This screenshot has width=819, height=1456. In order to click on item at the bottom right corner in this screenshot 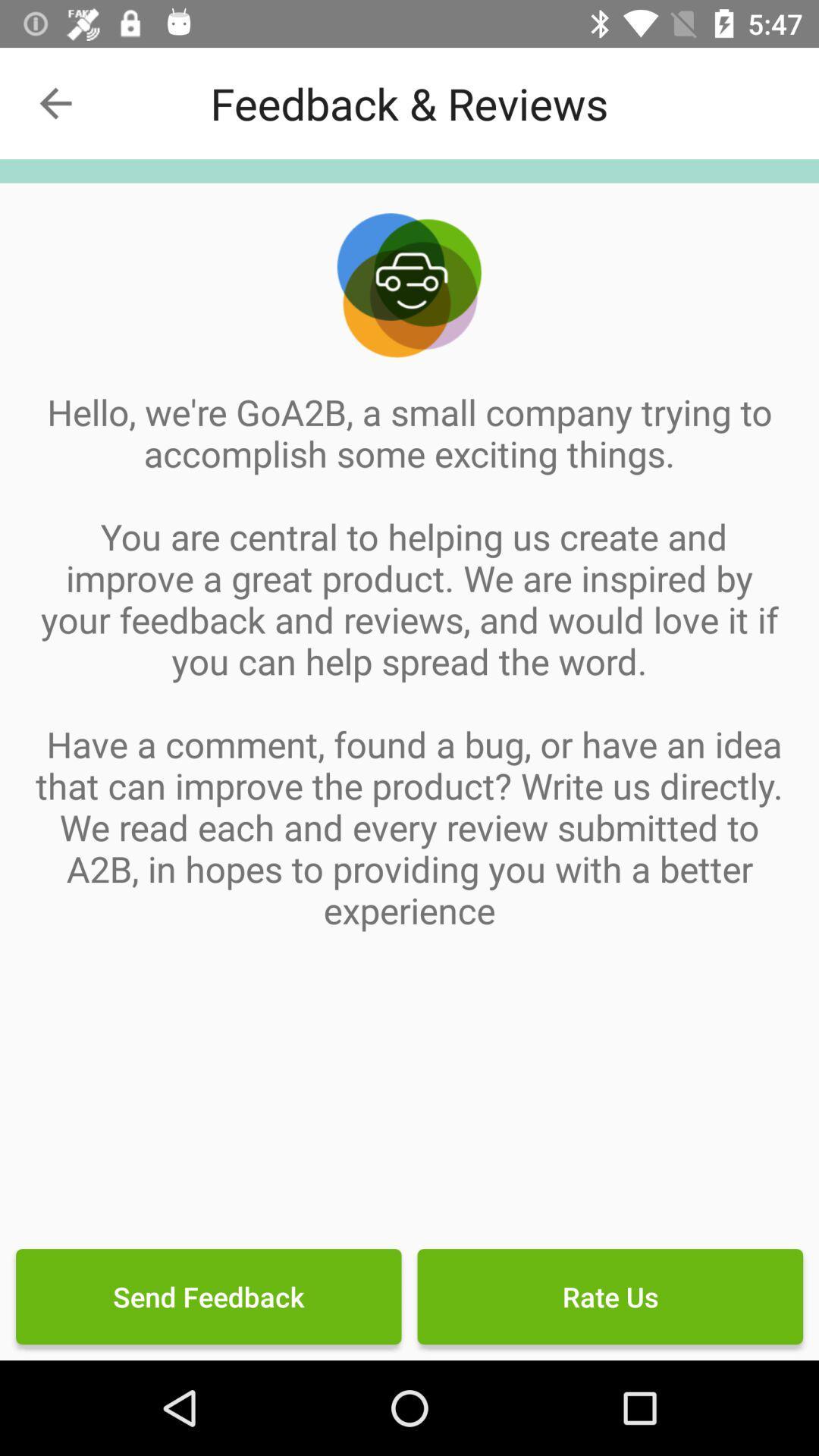, I will do `click(609, 1295)`.